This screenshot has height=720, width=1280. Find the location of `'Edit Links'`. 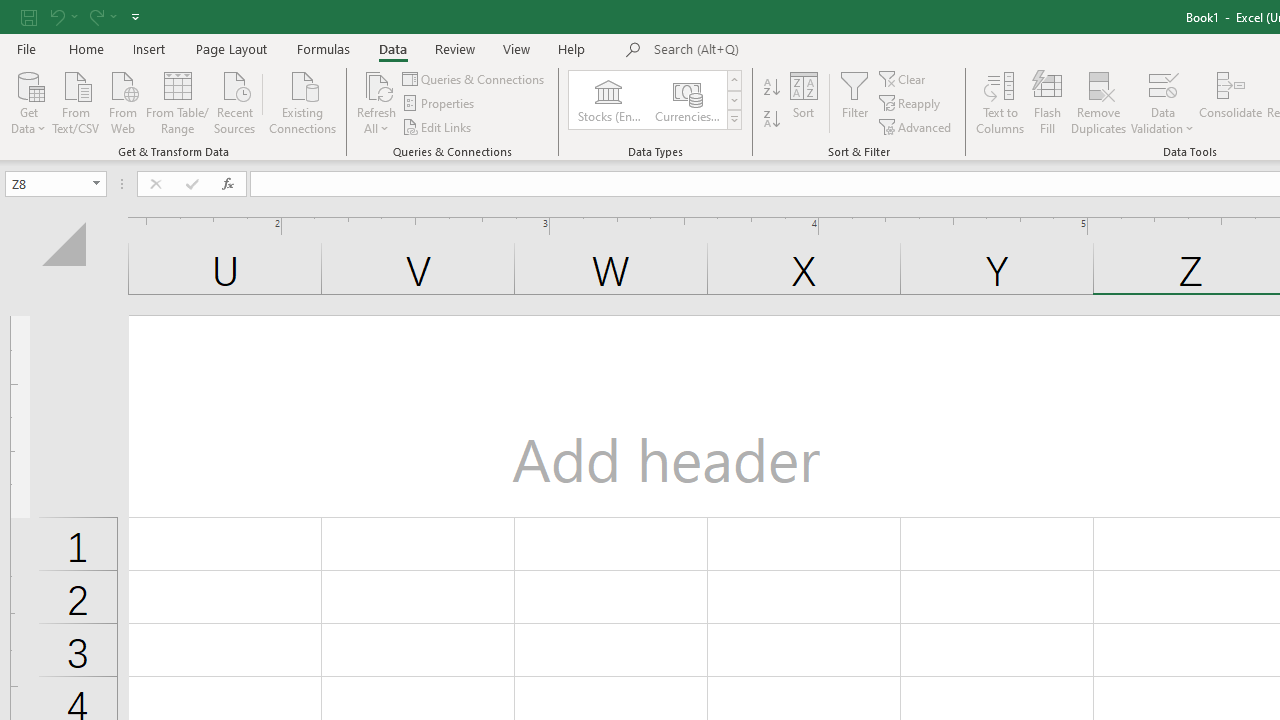

'Edit Links' is located at coordinates (437, 127).